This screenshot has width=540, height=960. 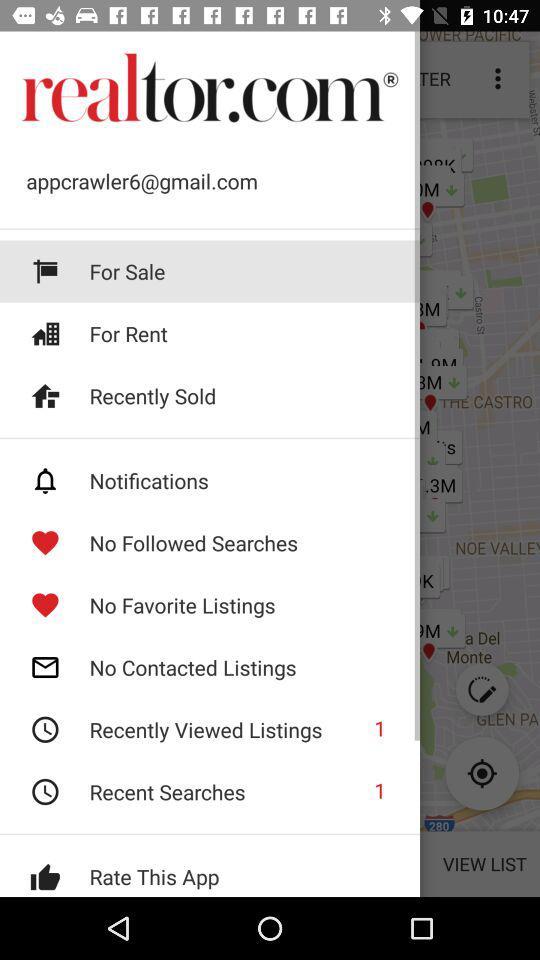 I want to click on the edit icon, so click(x=481, y=689).